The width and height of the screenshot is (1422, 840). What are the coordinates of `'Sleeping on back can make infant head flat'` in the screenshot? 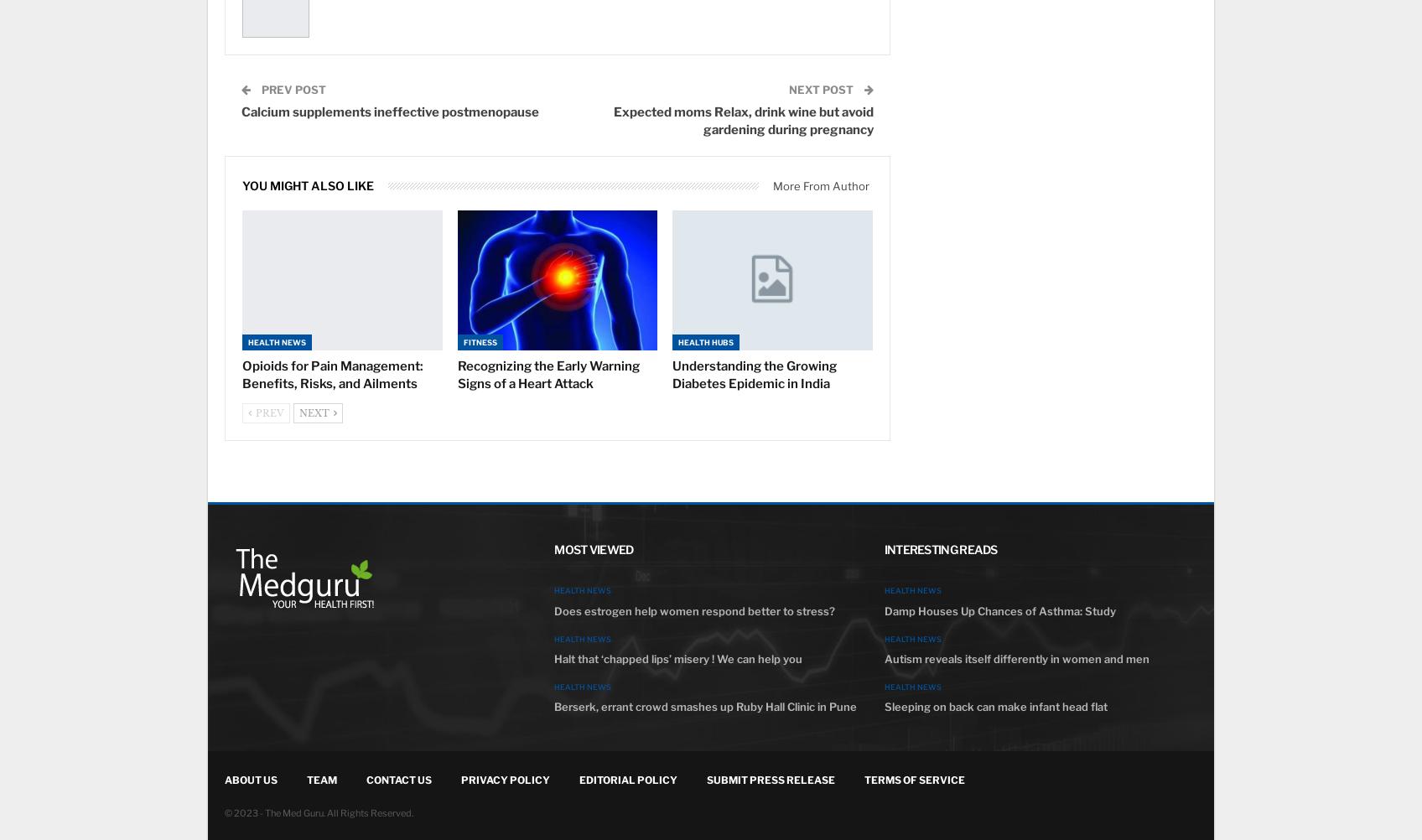 It's located at (995, 706).